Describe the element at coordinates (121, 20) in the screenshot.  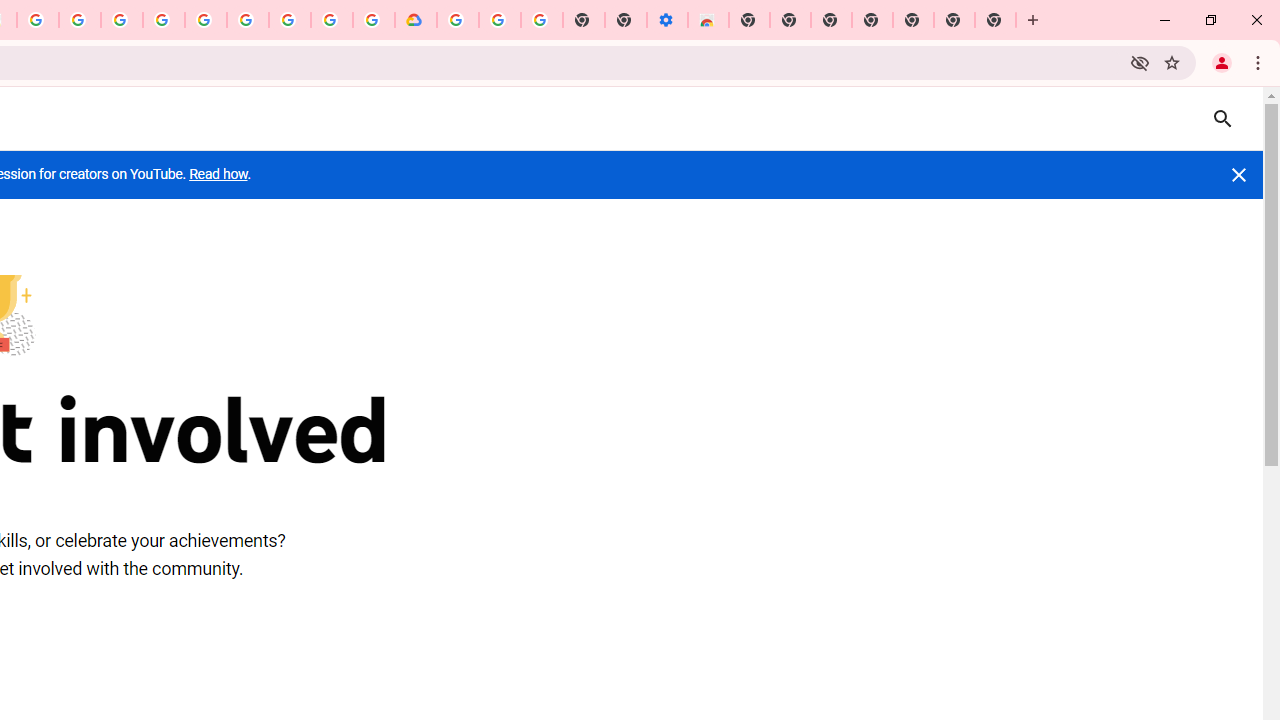
I see `'Ad Settings'` at that location.